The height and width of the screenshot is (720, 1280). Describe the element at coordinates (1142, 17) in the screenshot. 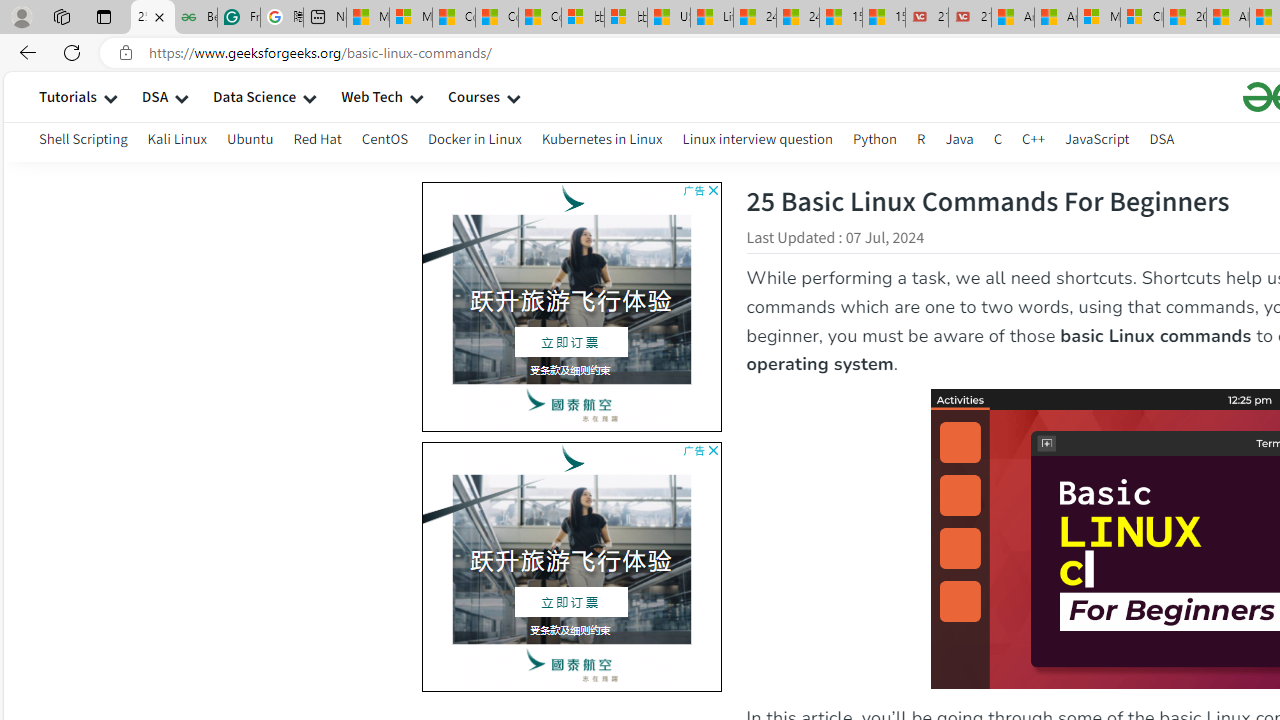

I see `'Cloud Computing Services | Microsoft Azure'` at that location.